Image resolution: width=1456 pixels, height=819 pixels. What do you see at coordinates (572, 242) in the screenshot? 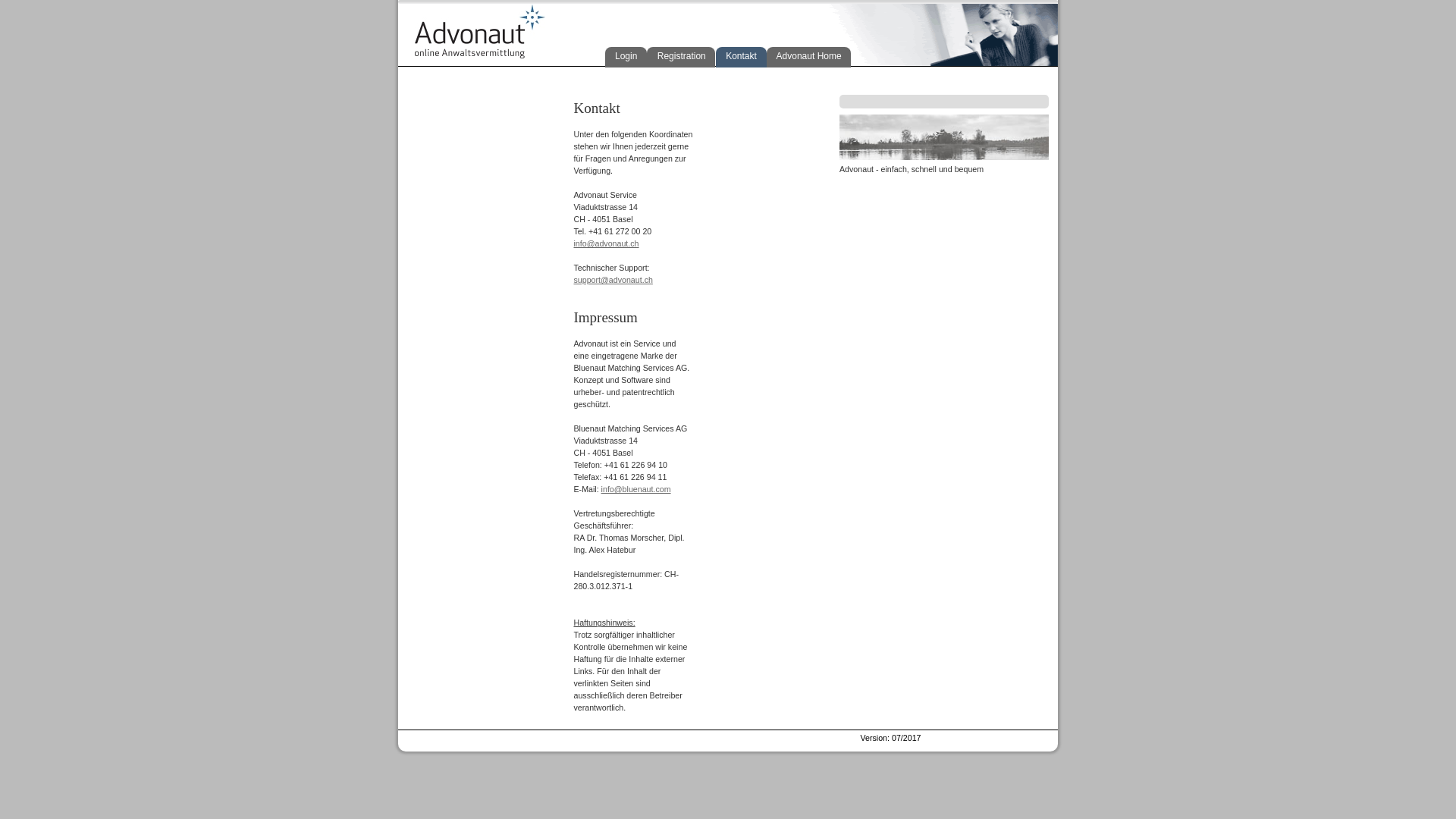
I see `'info@advonaut.ch'` at bounding box center [572, 242].